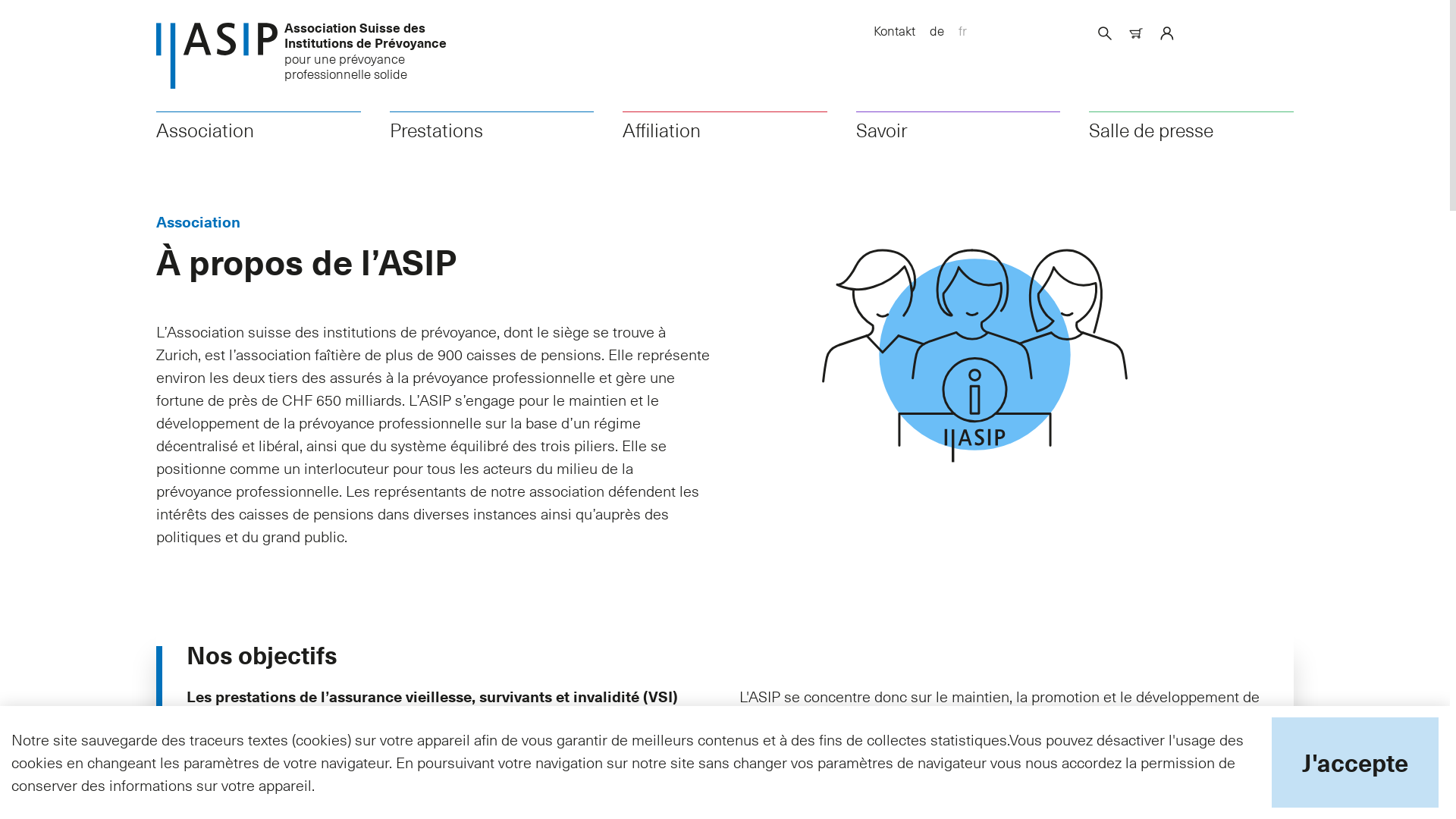 The width and height of the screenshot is (1456, 819). Describe the element at coordinates (894, 30) in the screenshot. I see `'Kontakt'` at that location.